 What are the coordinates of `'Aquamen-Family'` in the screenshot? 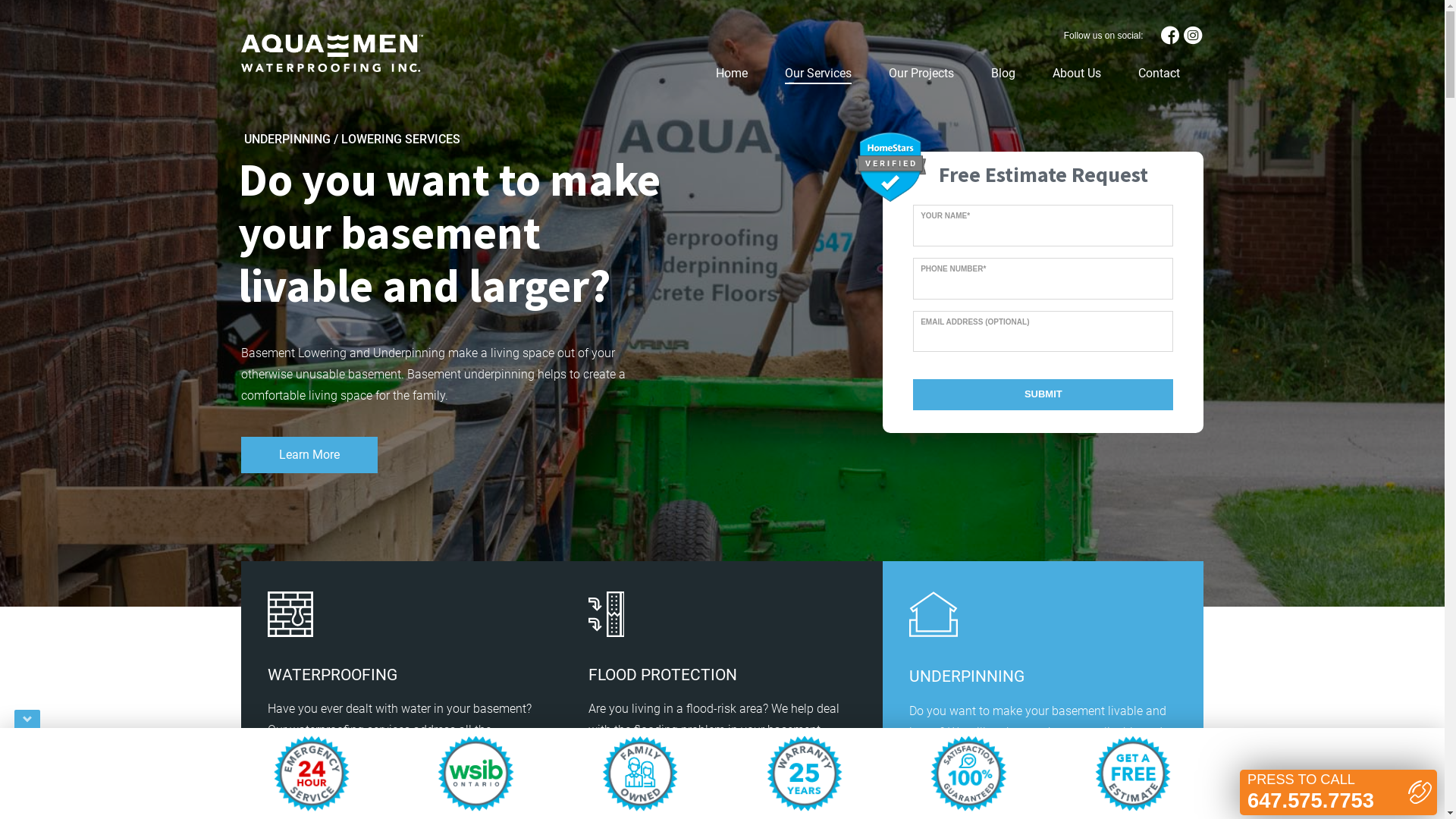 It's located at (640, 773).